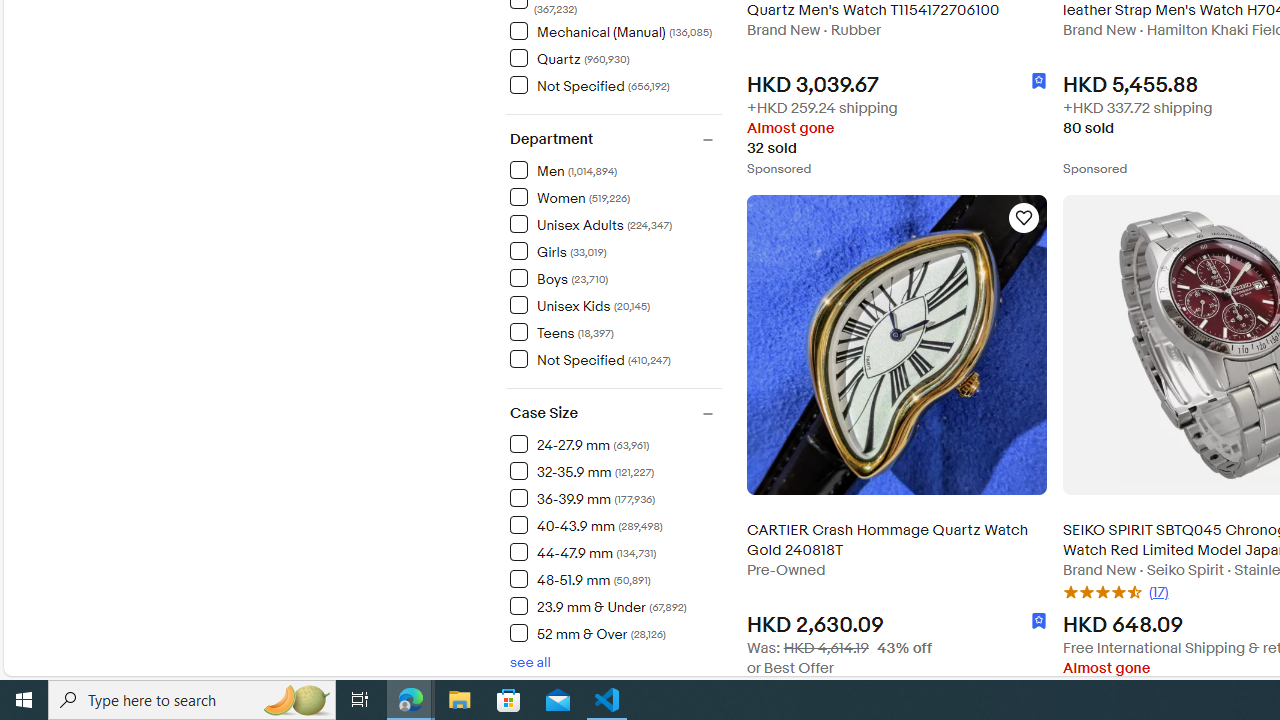  What do you see at coordinates (614, 523) in the screenshot?
I see `'40-43.9 mm(289,498) Items'` at bounding box center [614, 523].